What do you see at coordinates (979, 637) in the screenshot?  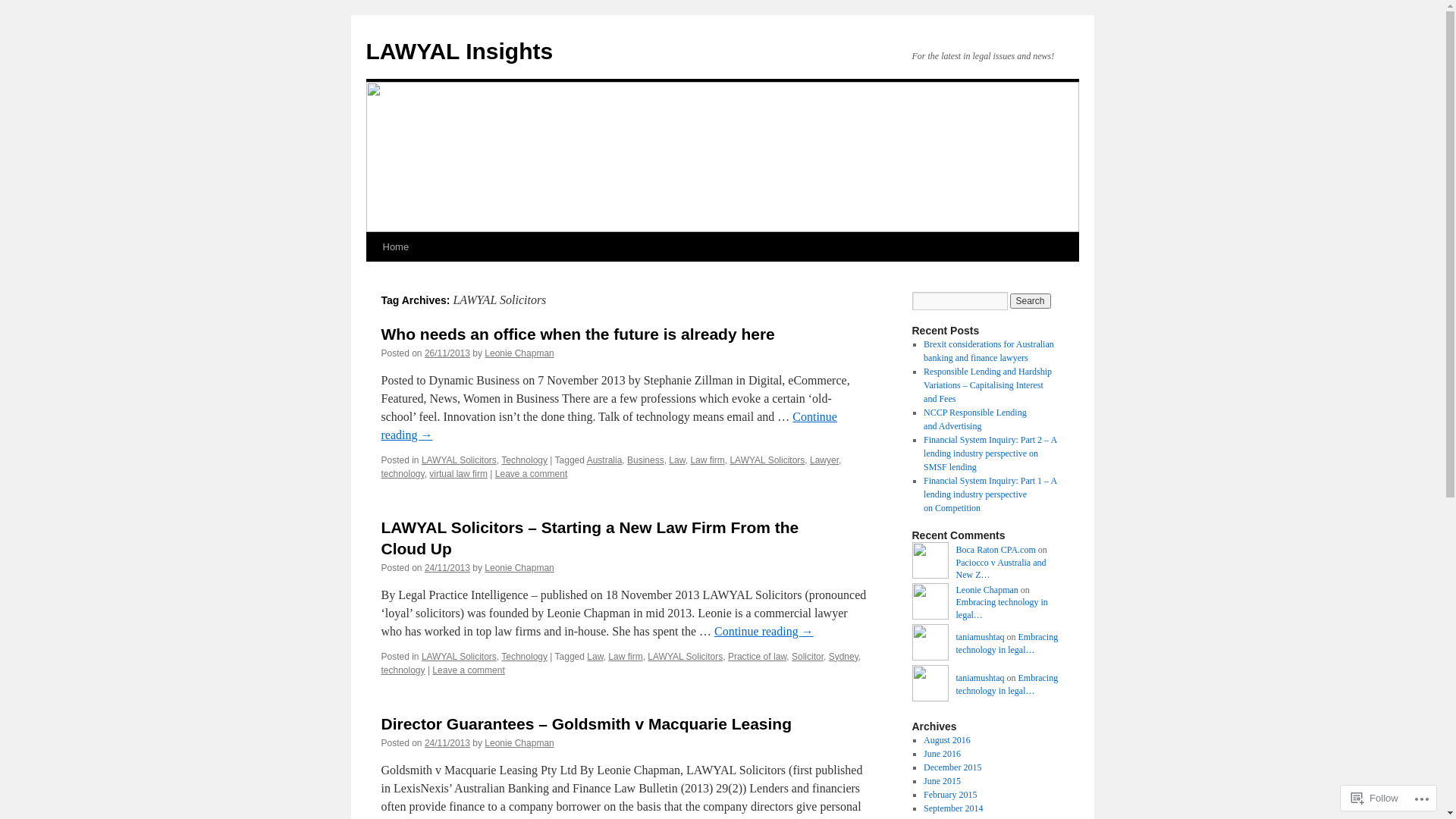 I see `'taniamushtaq'` at bounding box center [979, 637].